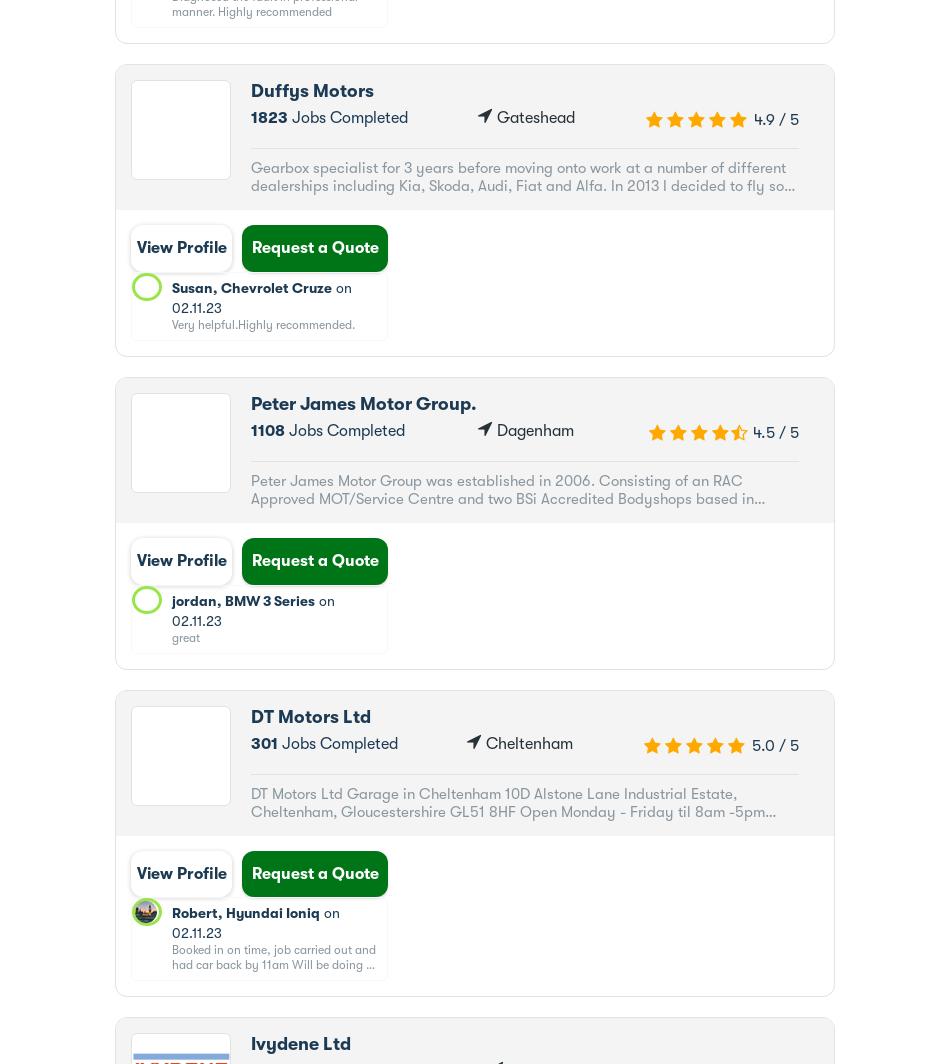 The height and width of the screenshot is (1064, 950). What do you see at coordinates (310, 715) in the screenshot?
I see `'DT Motors Ltd'` at bounding box center [310, 715].